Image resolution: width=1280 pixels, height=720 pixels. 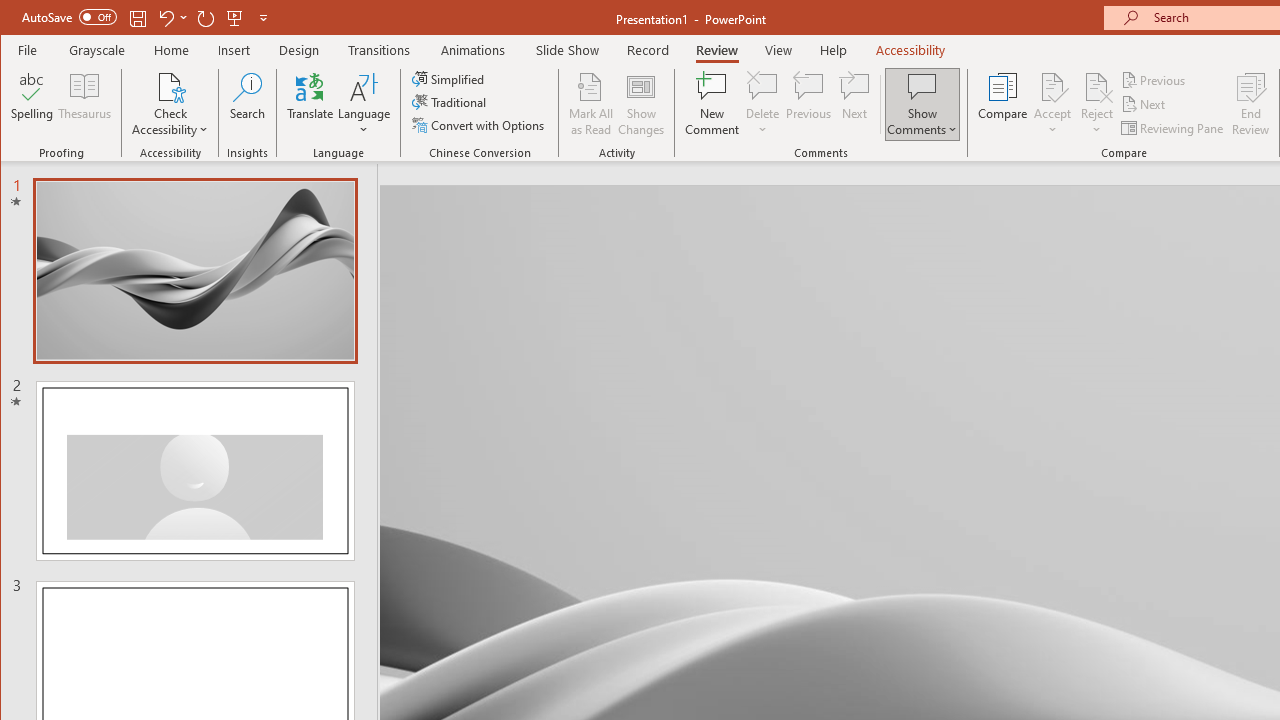 What do you see at coordinates (449, 78) in the screenshot?
I see `'Simplified'` at bounding box center [449, 78].